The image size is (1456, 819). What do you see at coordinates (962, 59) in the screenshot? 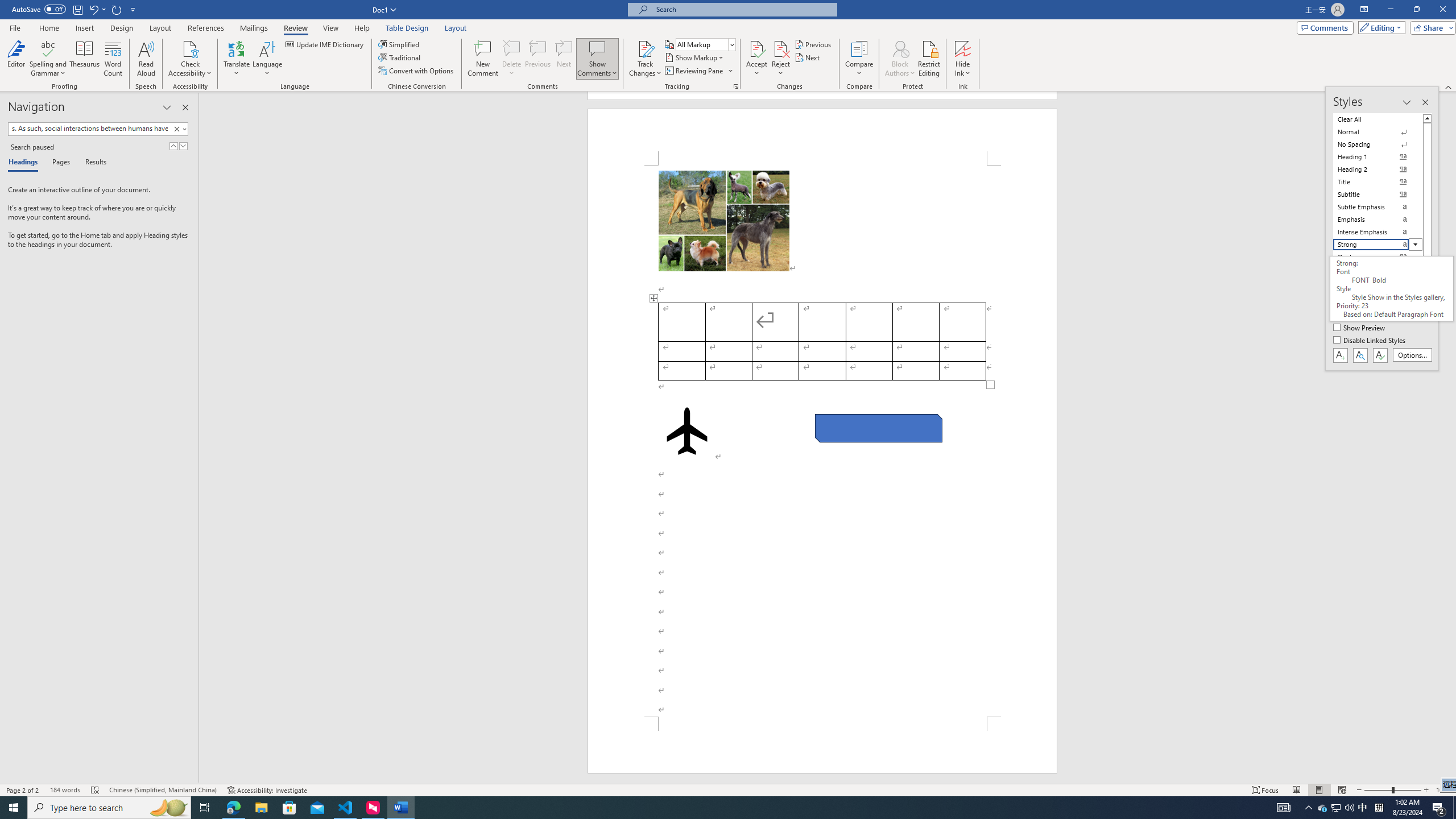
I see `'Hide Ink'` at bounding box center [962, 59].